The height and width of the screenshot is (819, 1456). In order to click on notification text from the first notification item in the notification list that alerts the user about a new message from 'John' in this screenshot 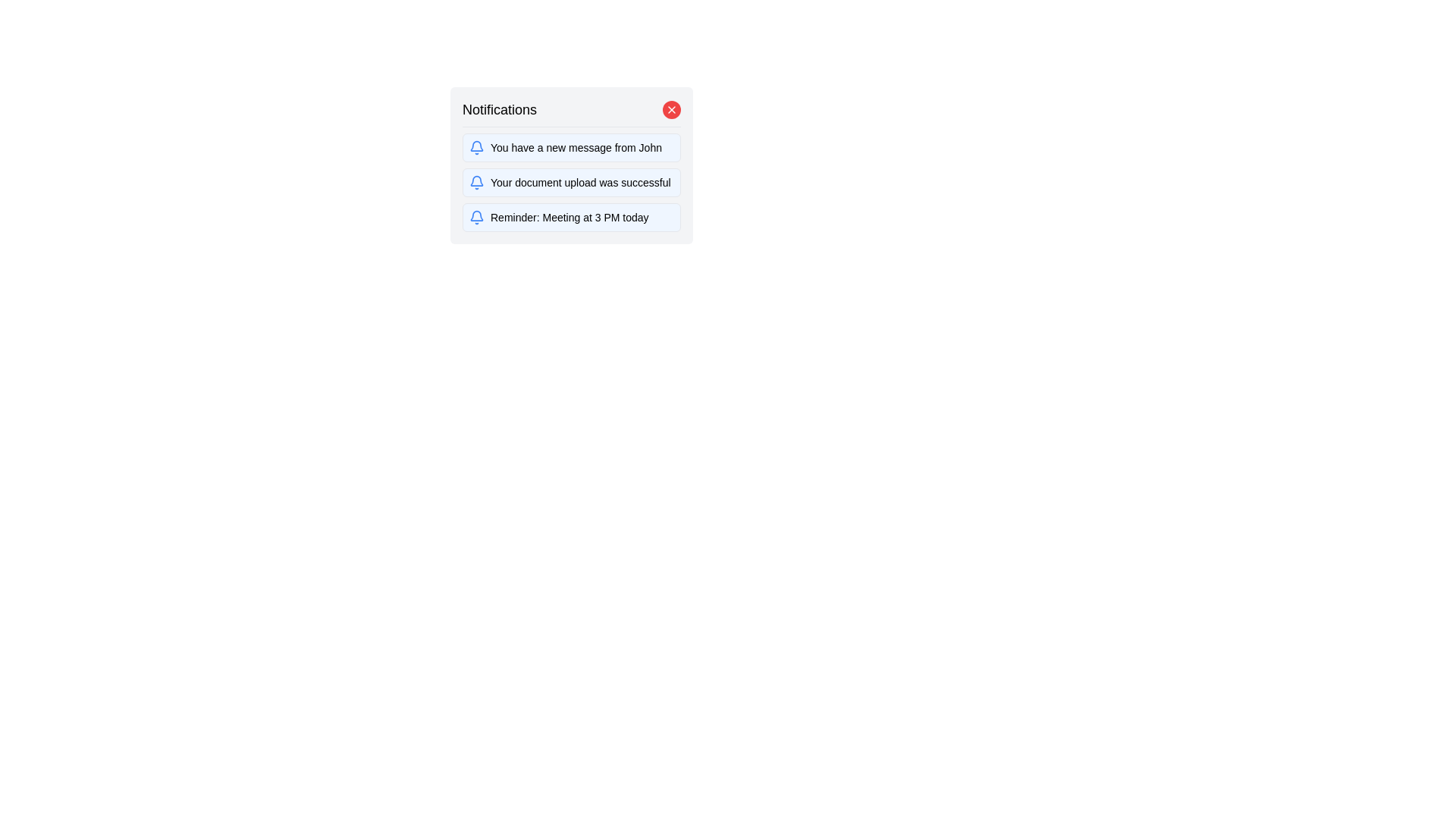, I will do `click(570, 148)`.